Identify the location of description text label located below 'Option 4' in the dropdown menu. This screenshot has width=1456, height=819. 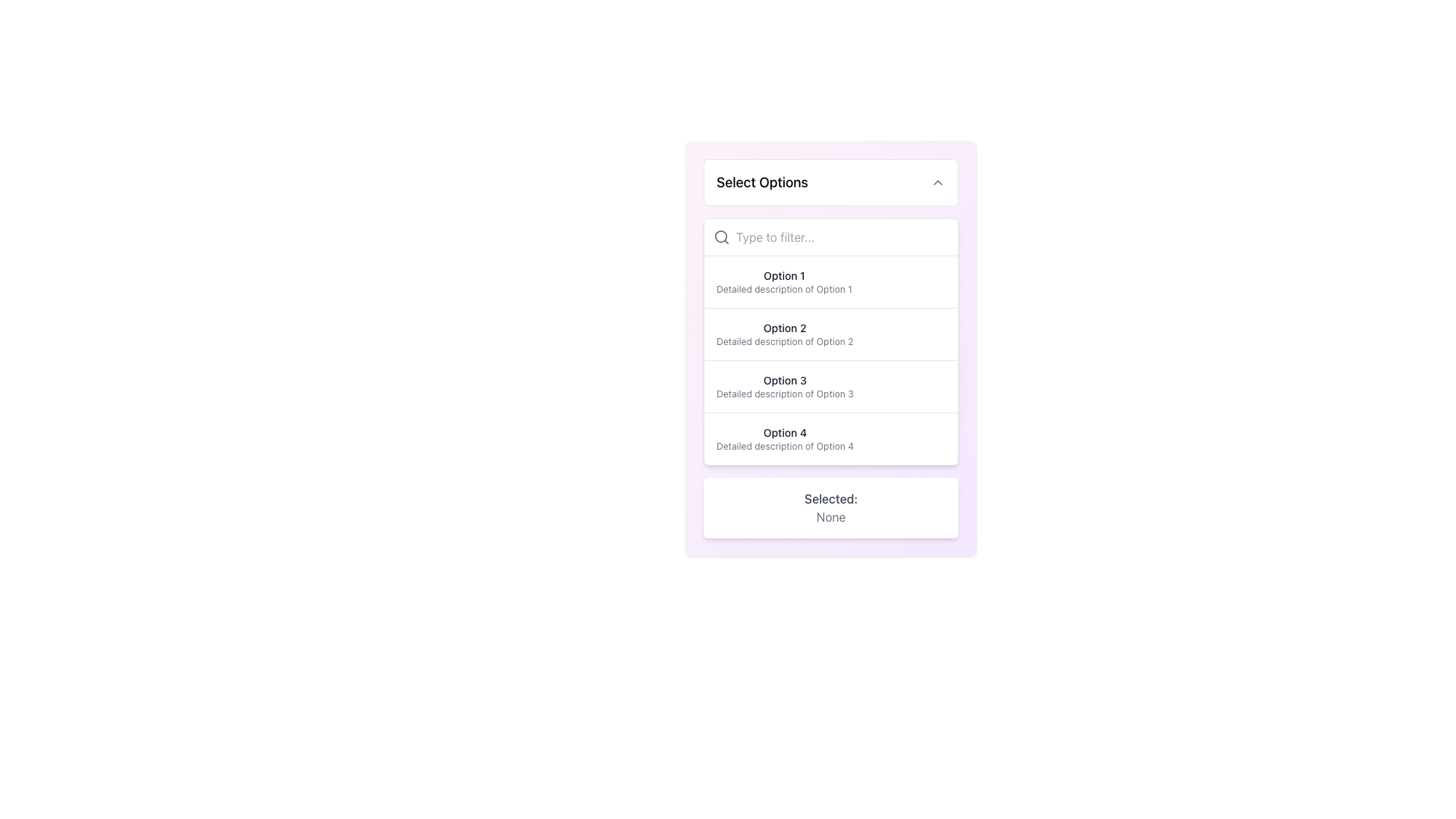
(785, 446).